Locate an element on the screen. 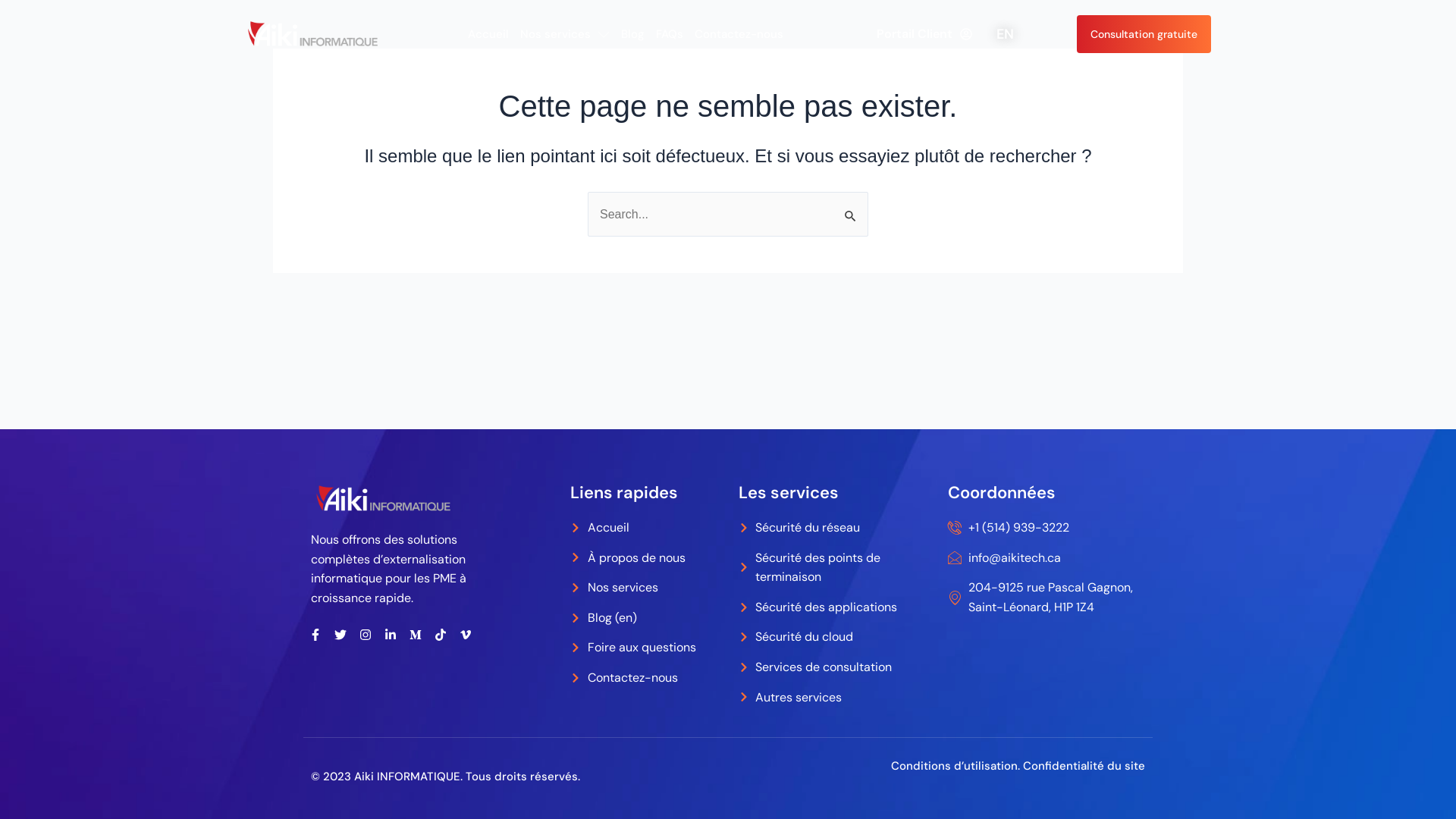  'Medium-m' is located at coordinates (415, 635).